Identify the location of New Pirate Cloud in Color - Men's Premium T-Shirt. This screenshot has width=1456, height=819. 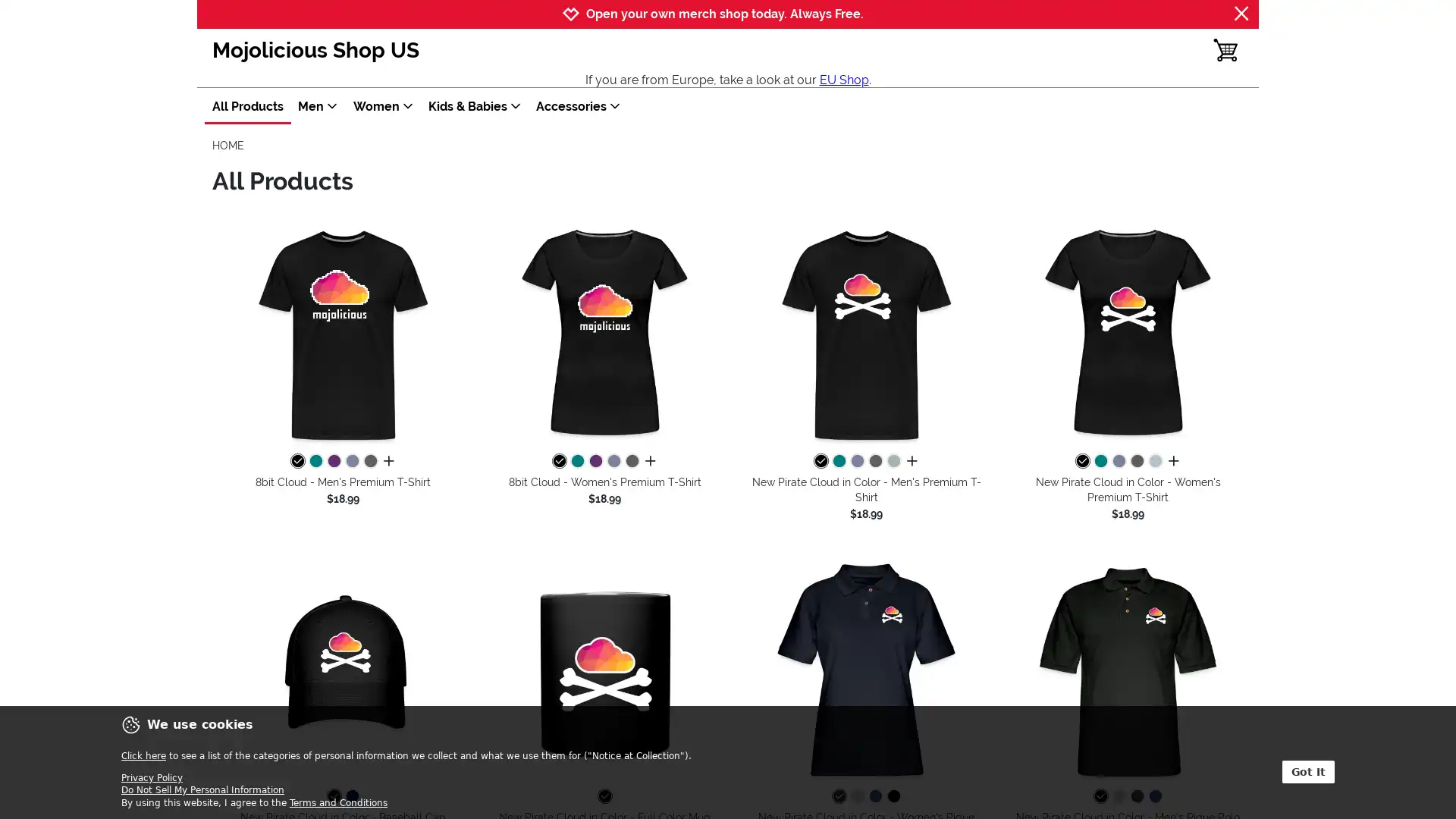
(866, 333).